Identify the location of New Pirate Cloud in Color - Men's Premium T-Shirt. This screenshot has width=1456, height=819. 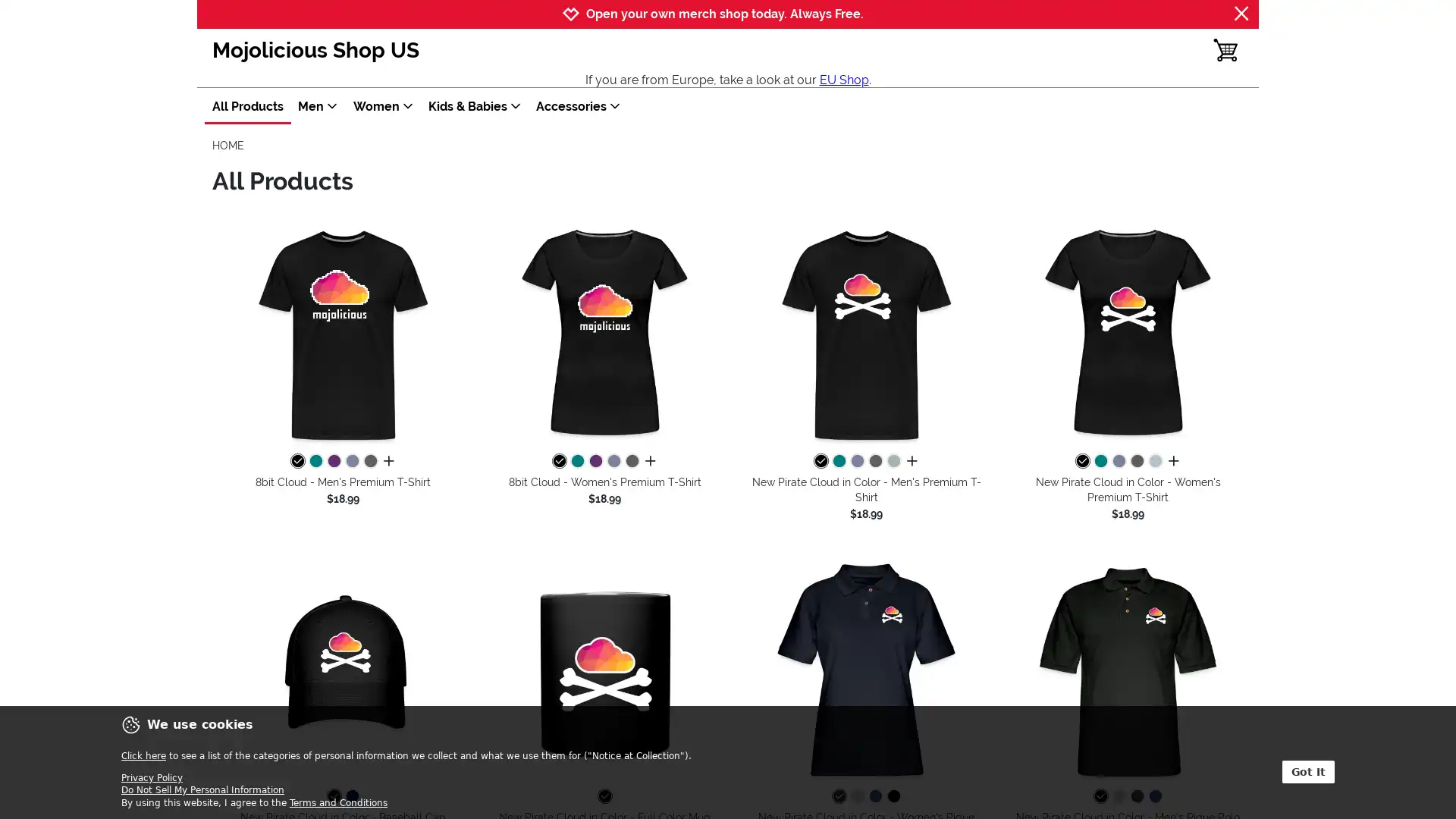
(866, 333).